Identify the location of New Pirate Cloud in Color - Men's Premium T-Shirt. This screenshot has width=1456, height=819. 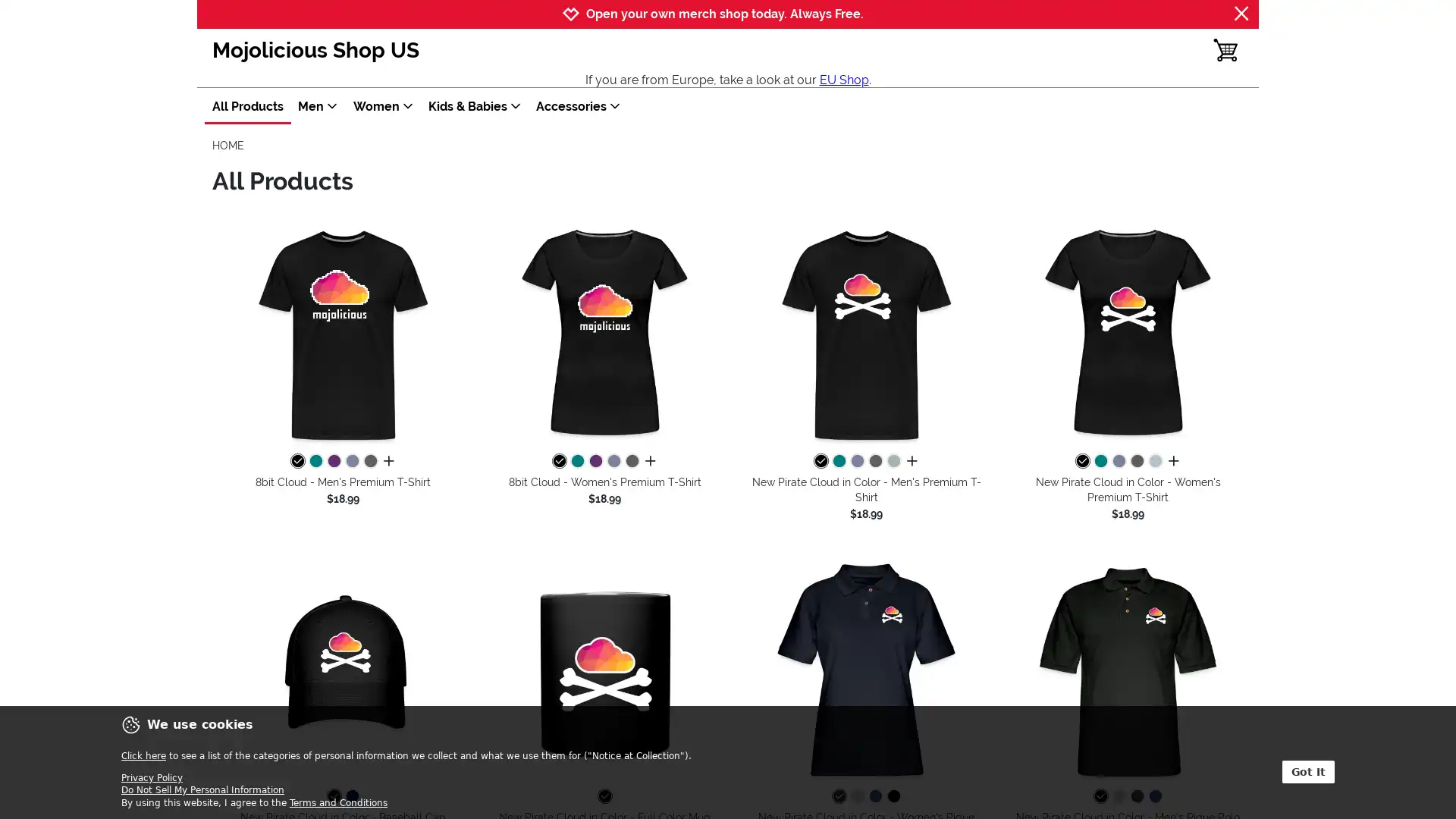
(866, 333).